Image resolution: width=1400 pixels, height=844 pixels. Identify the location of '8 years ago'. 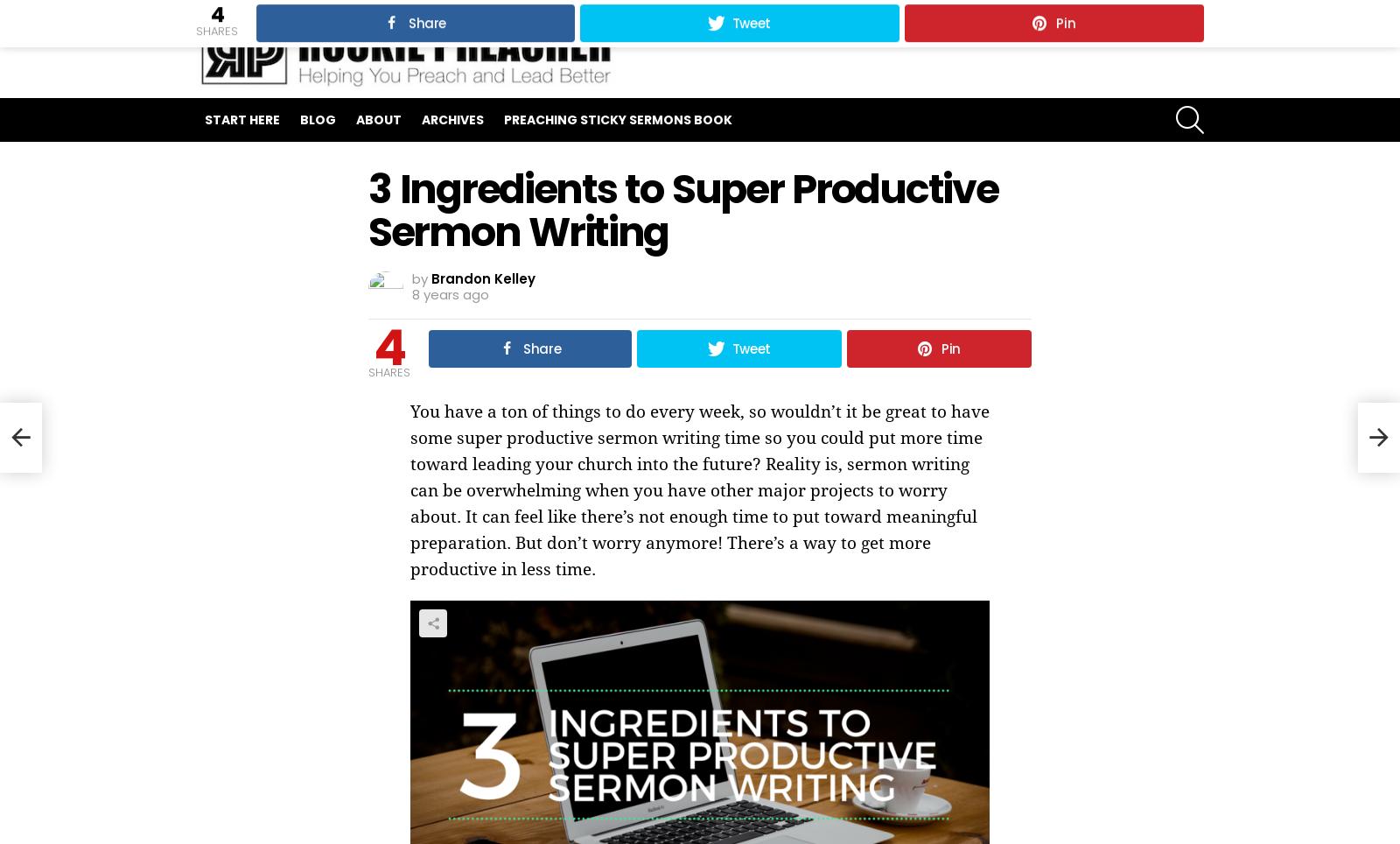
(450, 293).